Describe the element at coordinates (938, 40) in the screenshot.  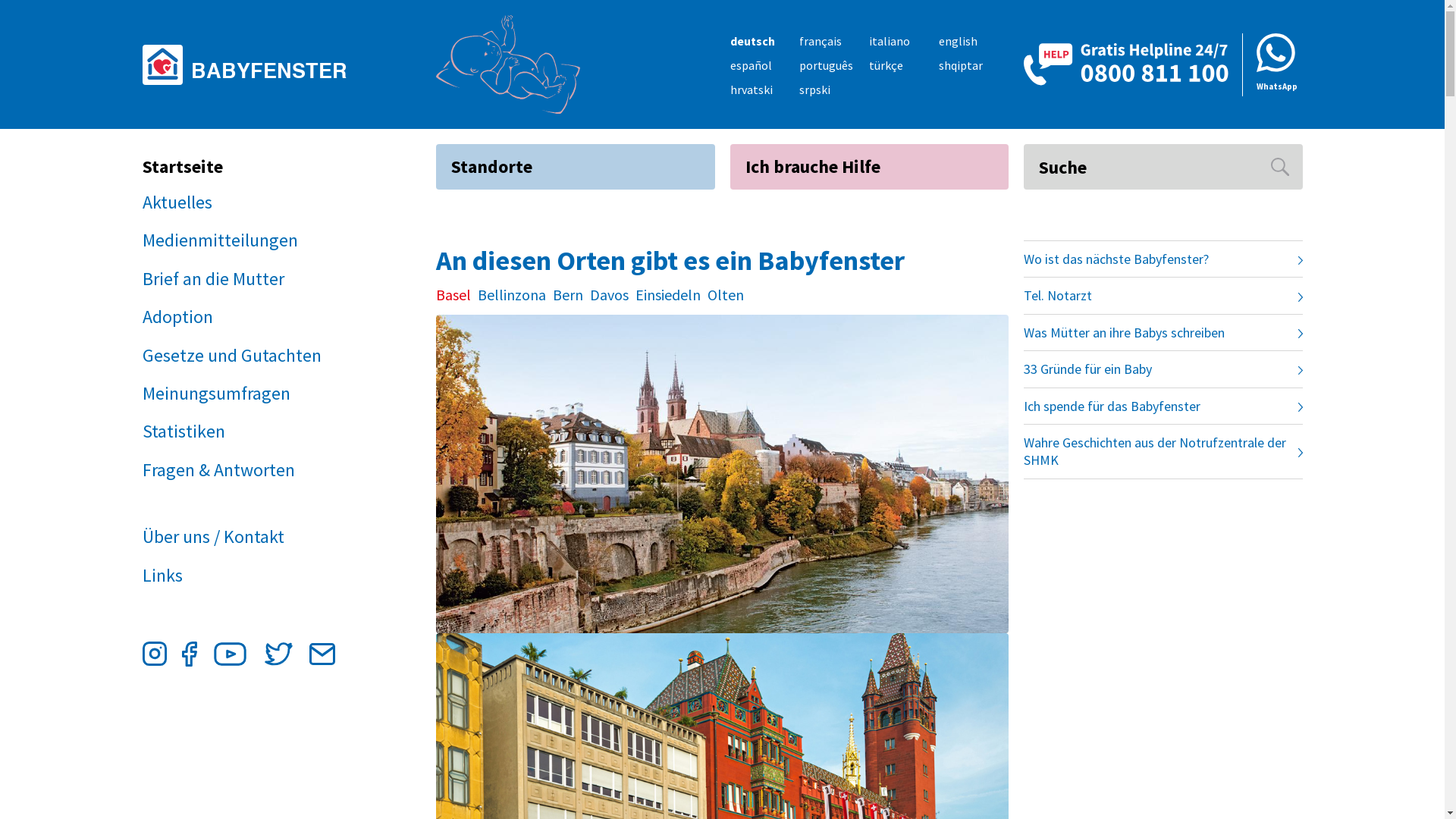
I see `'english'` at that location.